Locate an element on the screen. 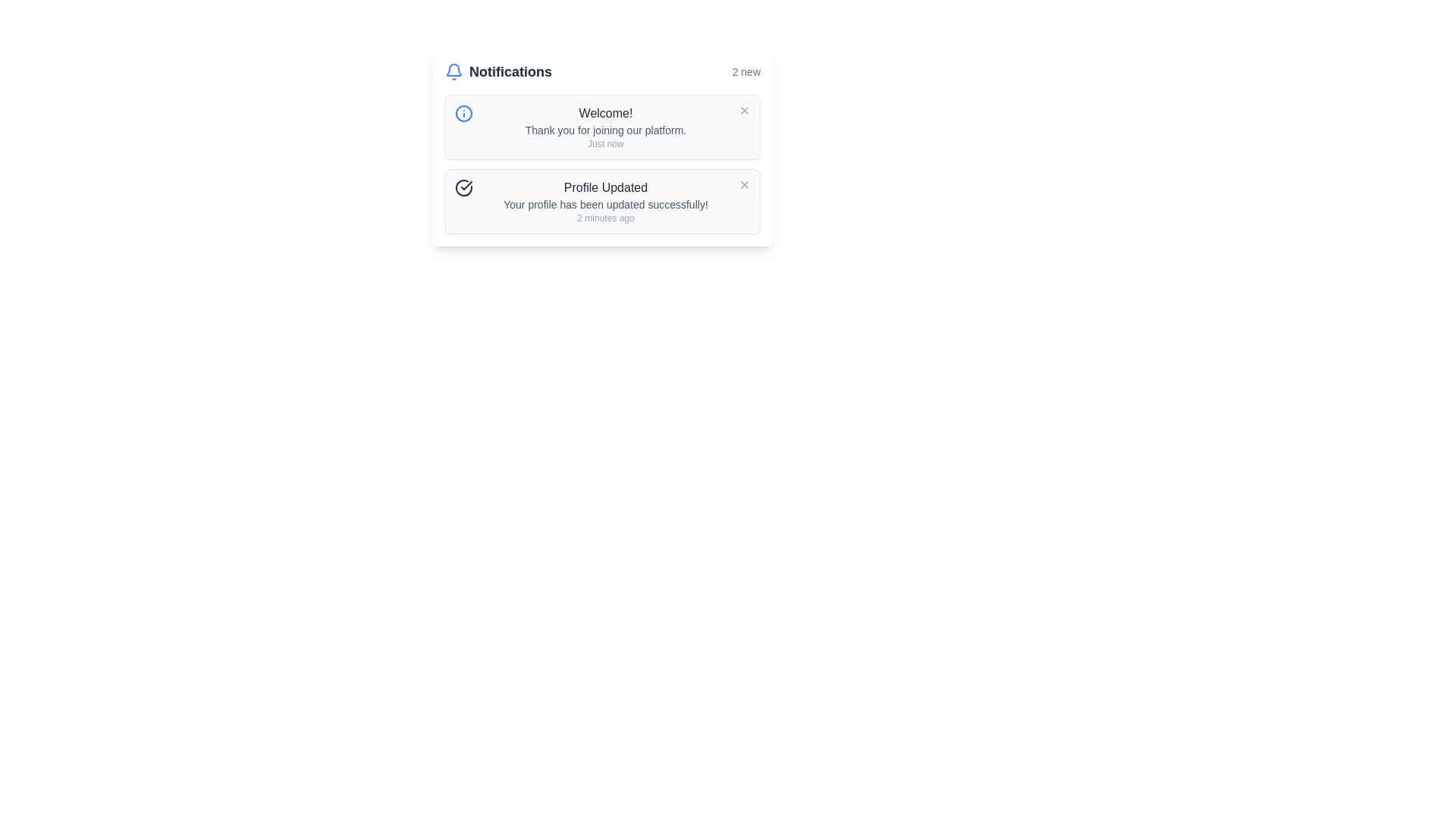 The height and width of the screenshot is (819, 1456). the close button located at the top-right corner of the 'Welcome!' notification card is located at coordinates (745, 110).